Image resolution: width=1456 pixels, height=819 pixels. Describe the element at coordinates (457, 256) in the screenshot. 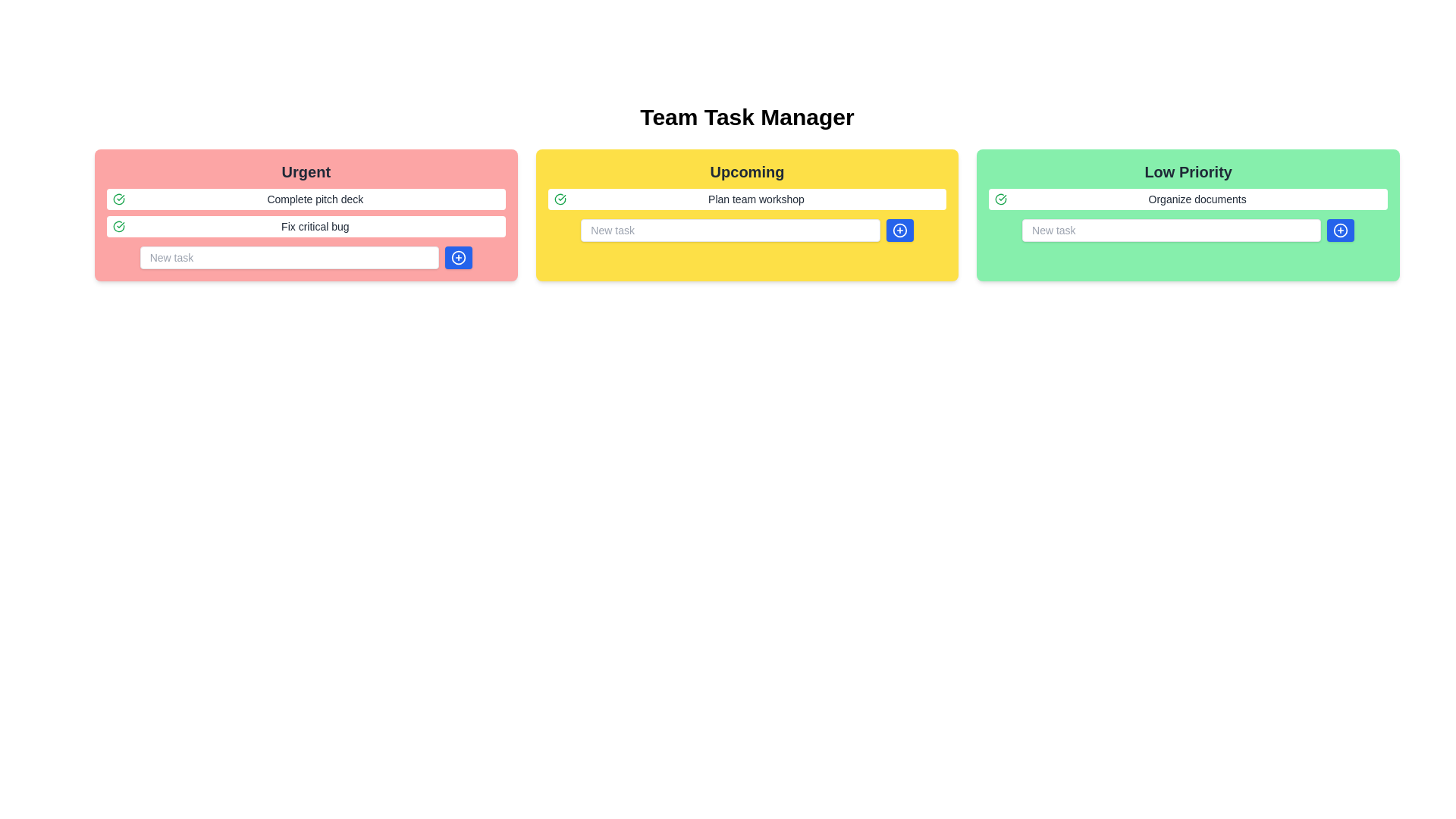

I see `the circular component of the SVG icon located in the blue button next to the text input in the red 'Urgent' task box` at that location.